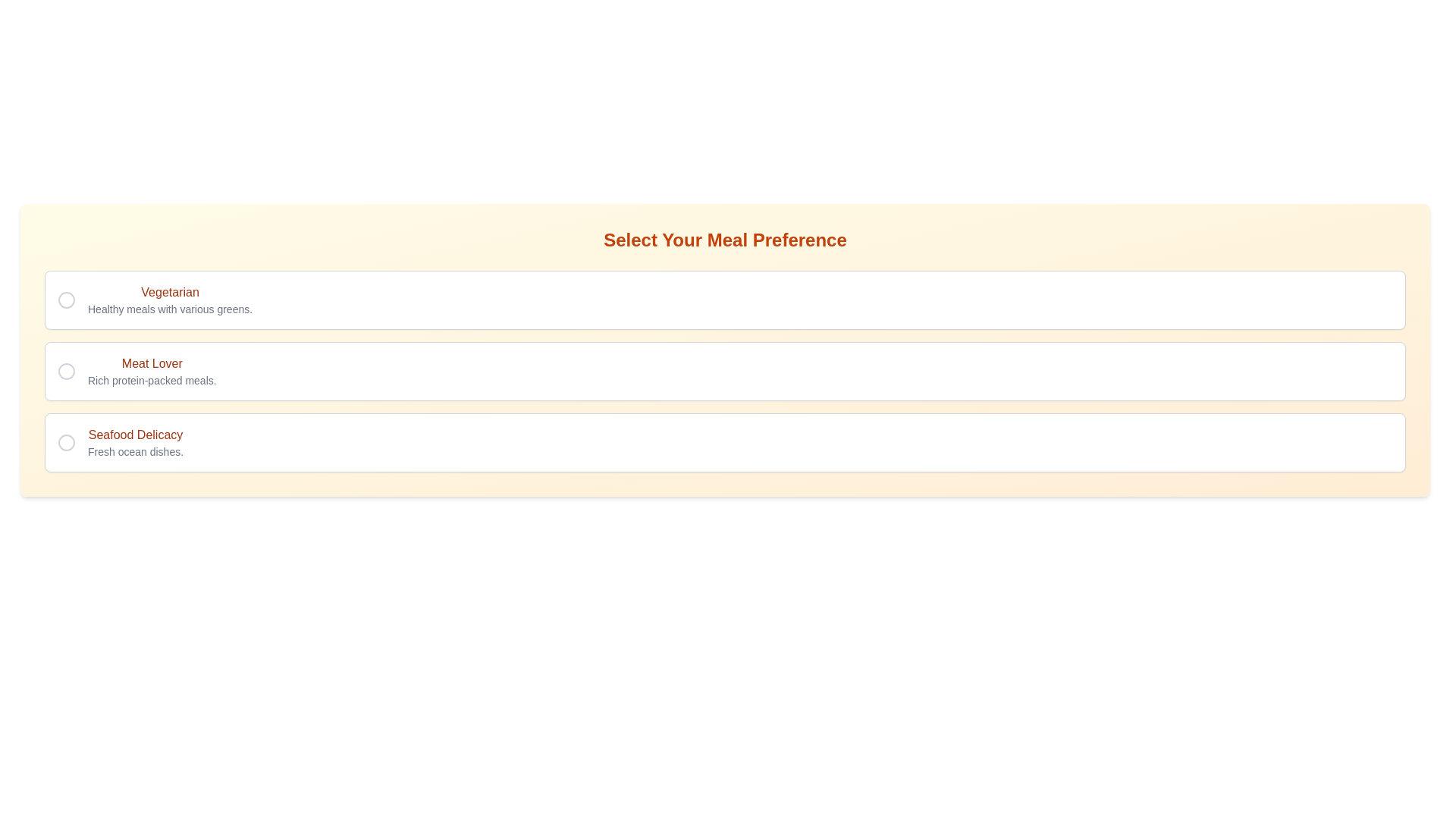 This screenshot has width=1456, height=819. I want to click on the text label displaying 'Healthy meals with various greens.' which is located below the 'Vegetarian' label in the meal preferences list, so click(170, 309).